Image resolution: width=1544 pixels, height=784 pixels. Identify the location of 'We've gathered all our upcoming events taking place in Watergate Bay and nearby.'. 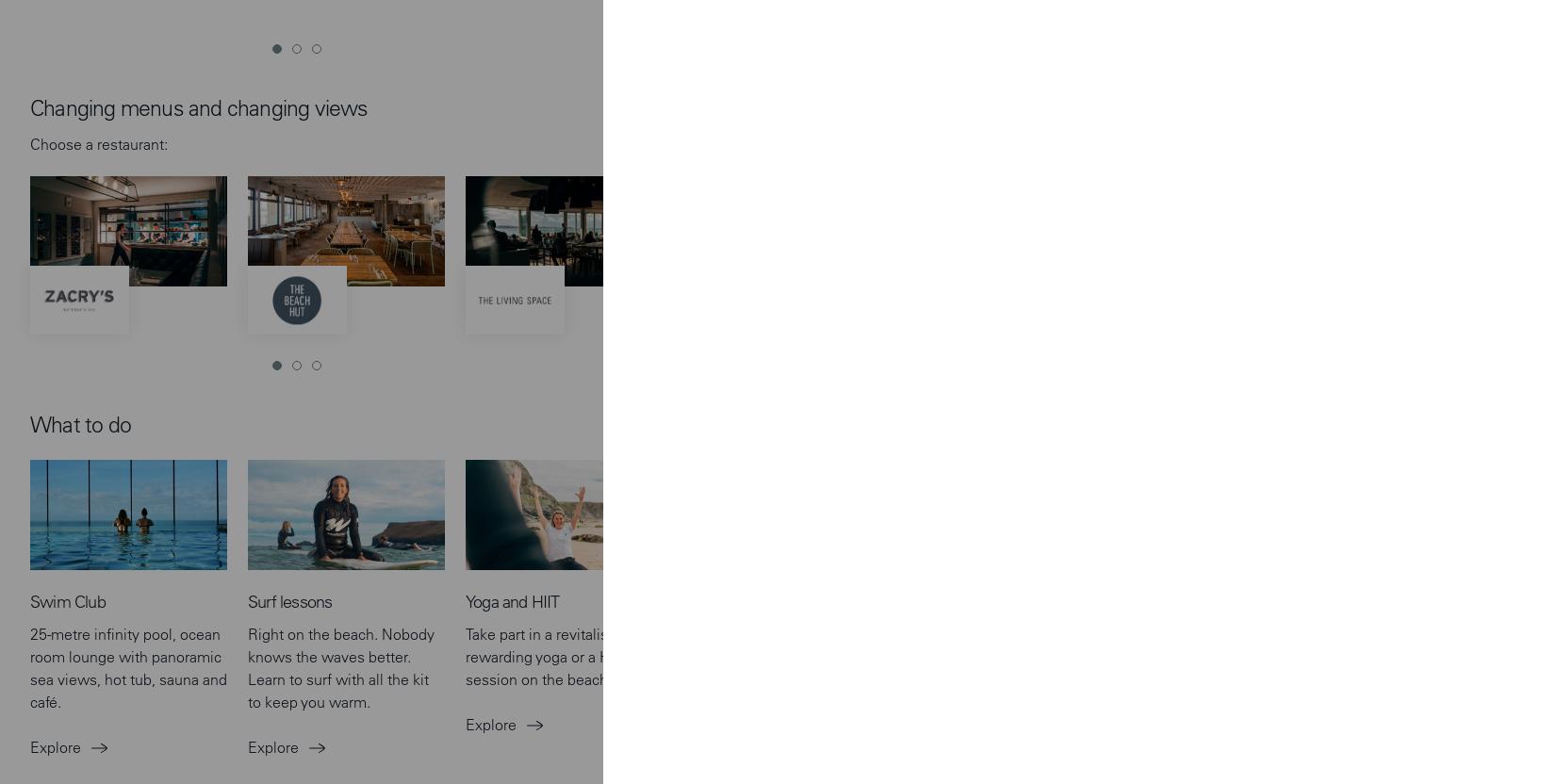
(1426, 246).